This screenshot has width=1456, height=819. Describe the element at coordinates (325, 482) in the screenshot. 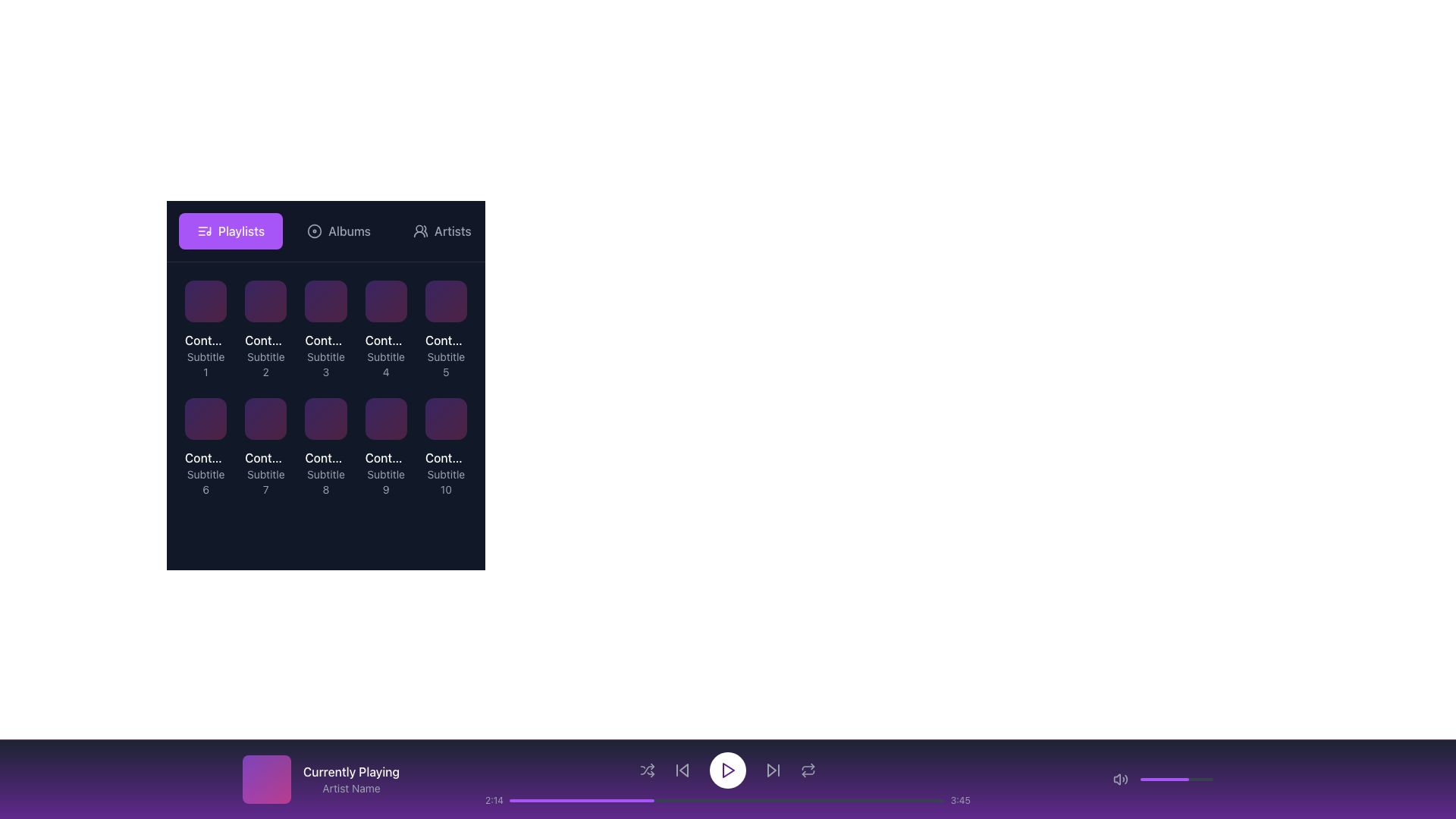

I see `the subtitle located at the bottom of the 'Content Title 8' card, positioned in the second row and third column of the grid layout` at that location.